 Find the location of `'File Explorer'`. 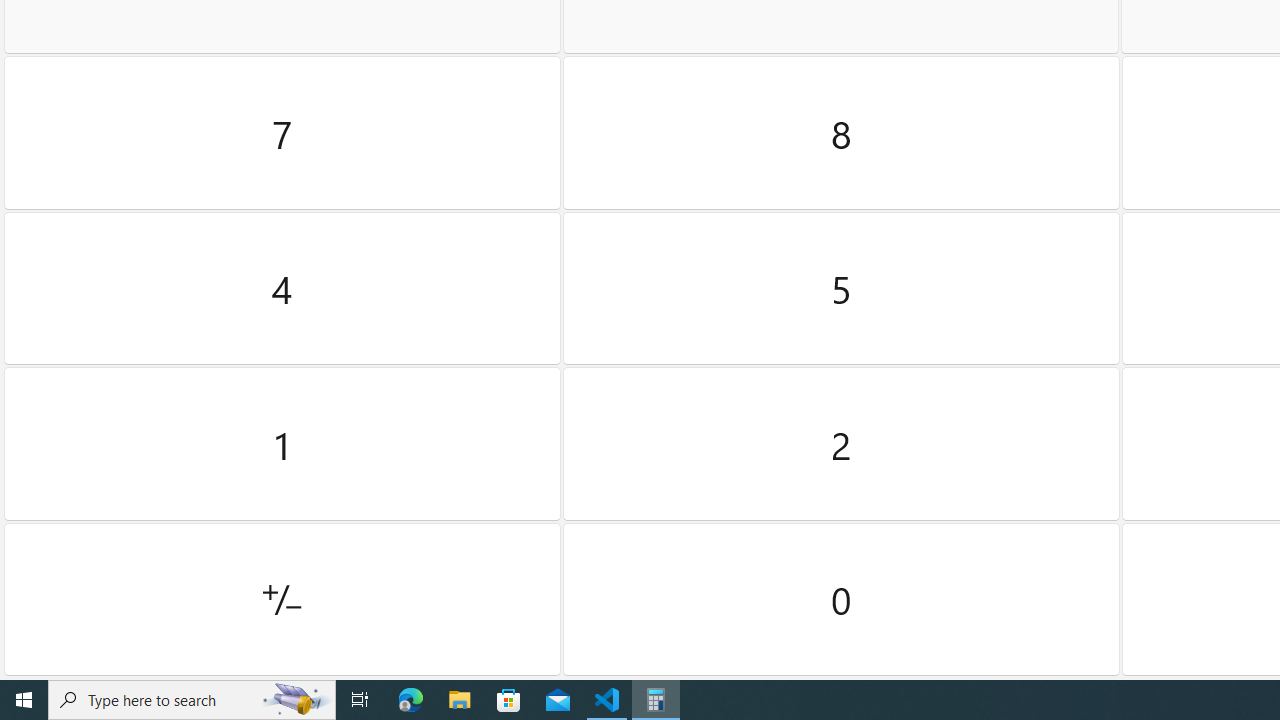

'File Explorer' is located at coordinates (459, 698).